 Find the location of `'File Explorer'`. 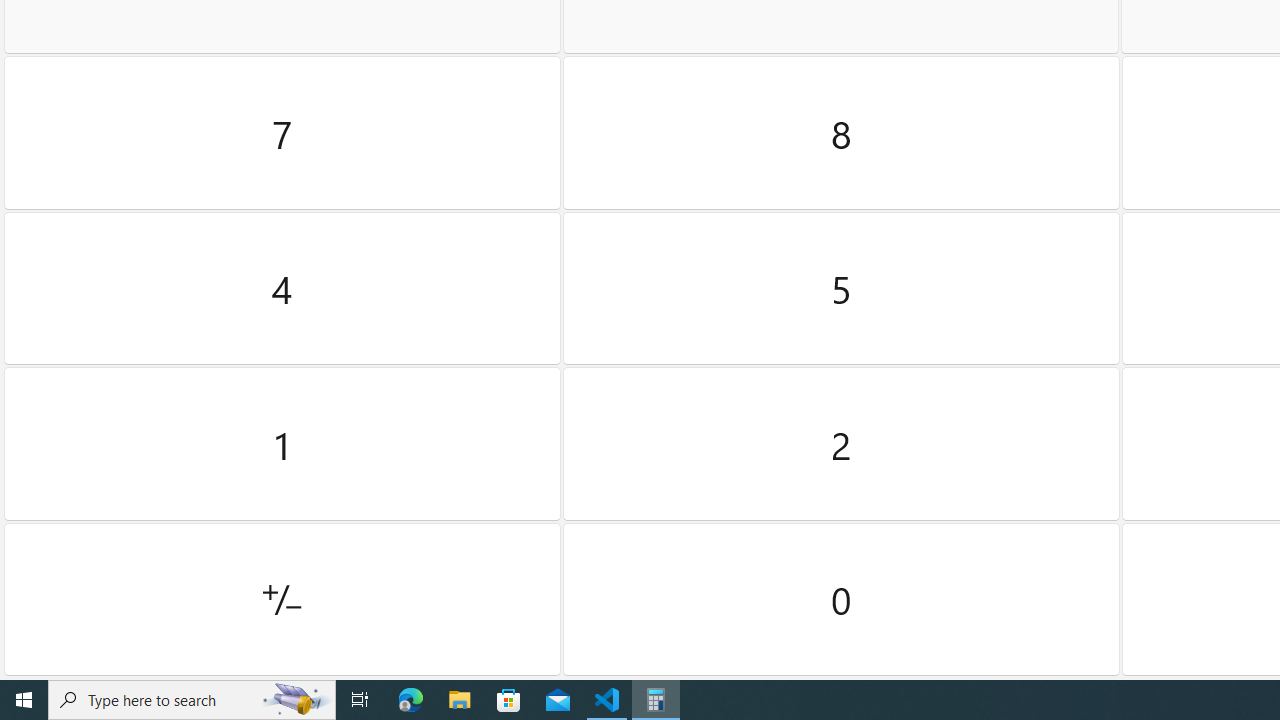

'File Explorer' is located at coordinates (459, 698).